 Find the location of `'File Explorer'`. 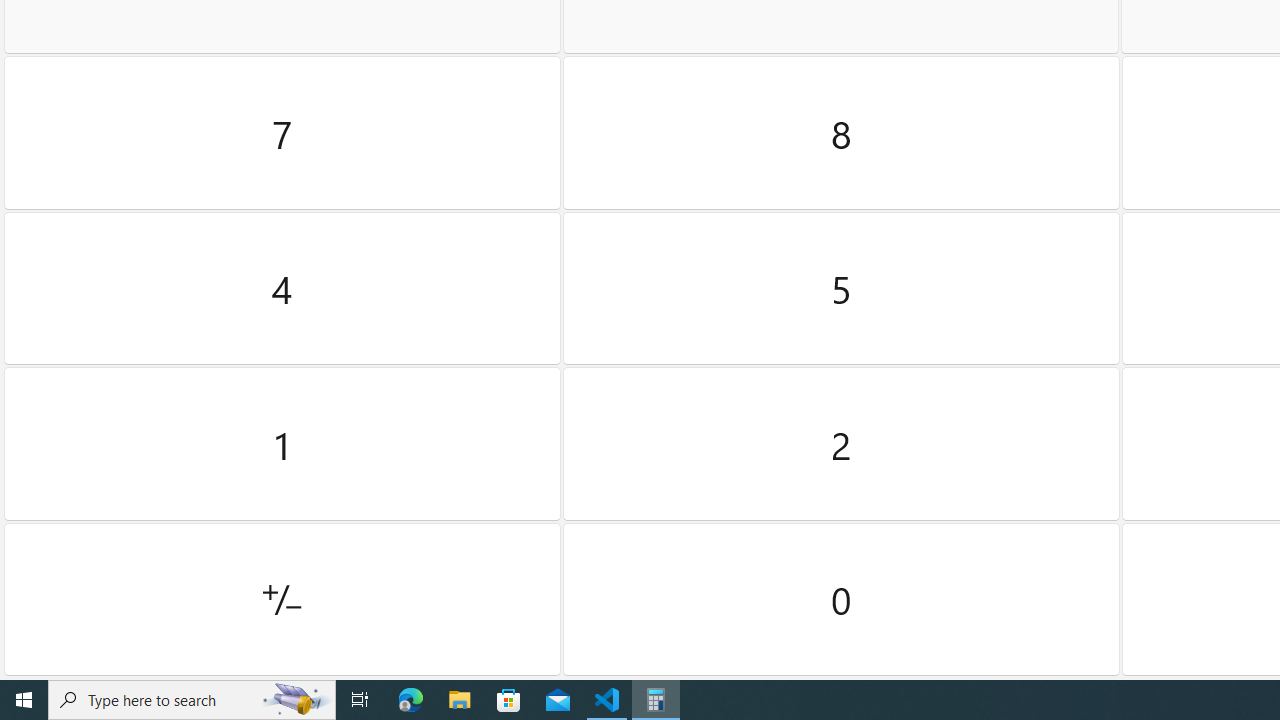

'File Explorer' is located at coordinates (459, 698).